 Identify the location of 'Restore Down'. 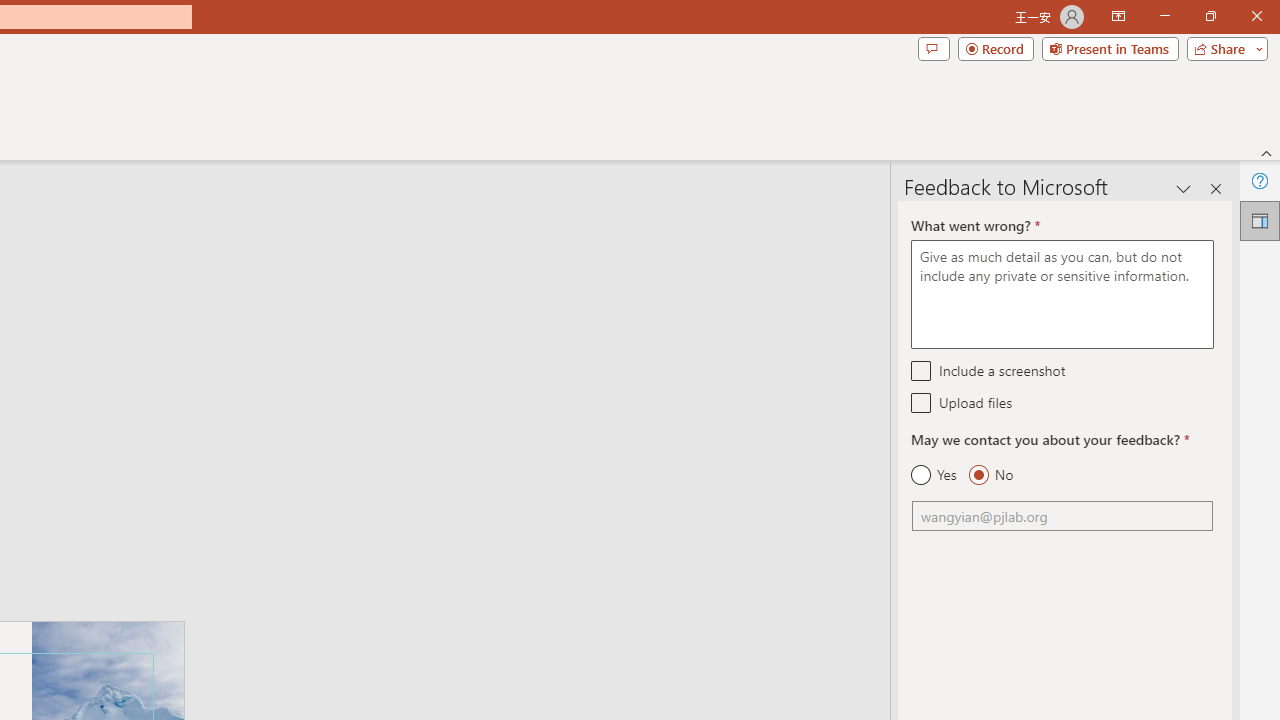
(1209, 16).